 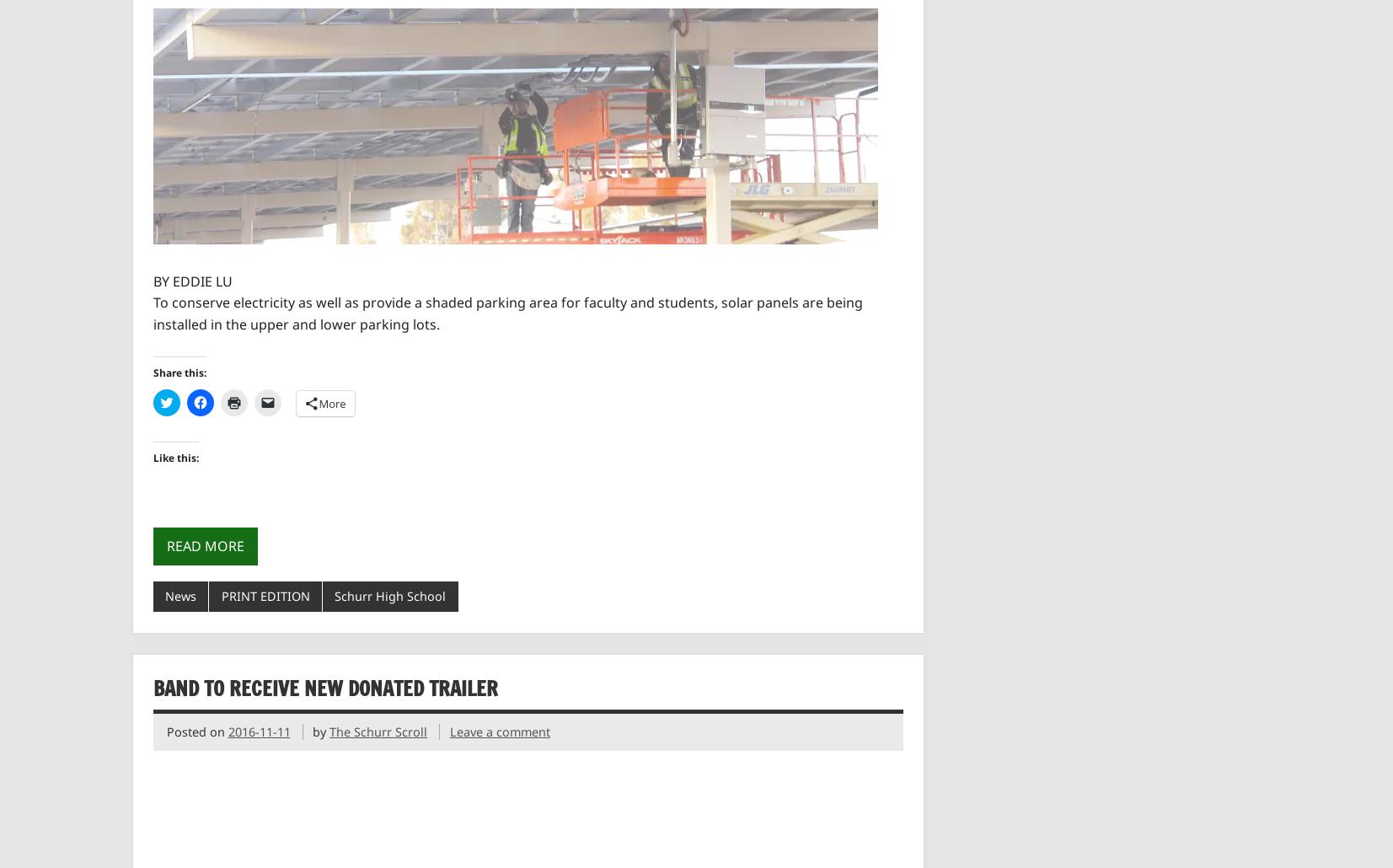 I want to click on 'Leave a comment', so click(x=498, y=731).